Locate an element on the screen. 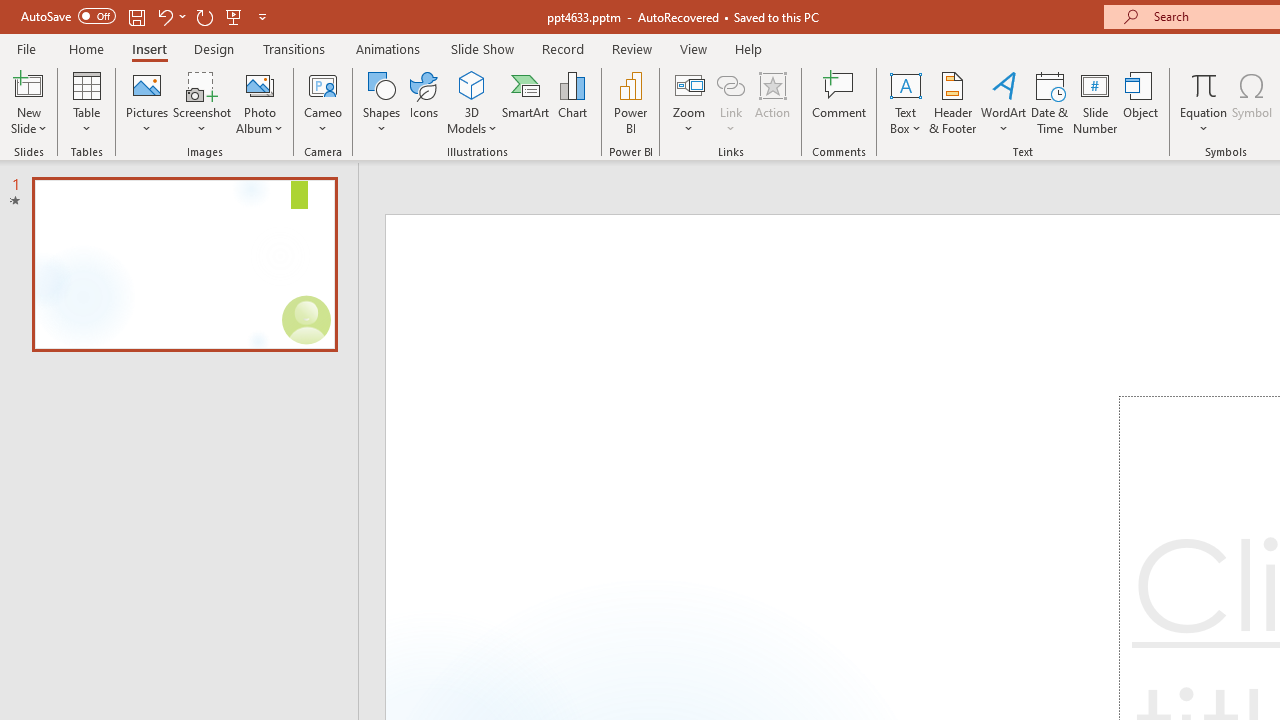 The width and height of the screenshot is (1280, 720). 'Table' is located at coordinates (86, 103).